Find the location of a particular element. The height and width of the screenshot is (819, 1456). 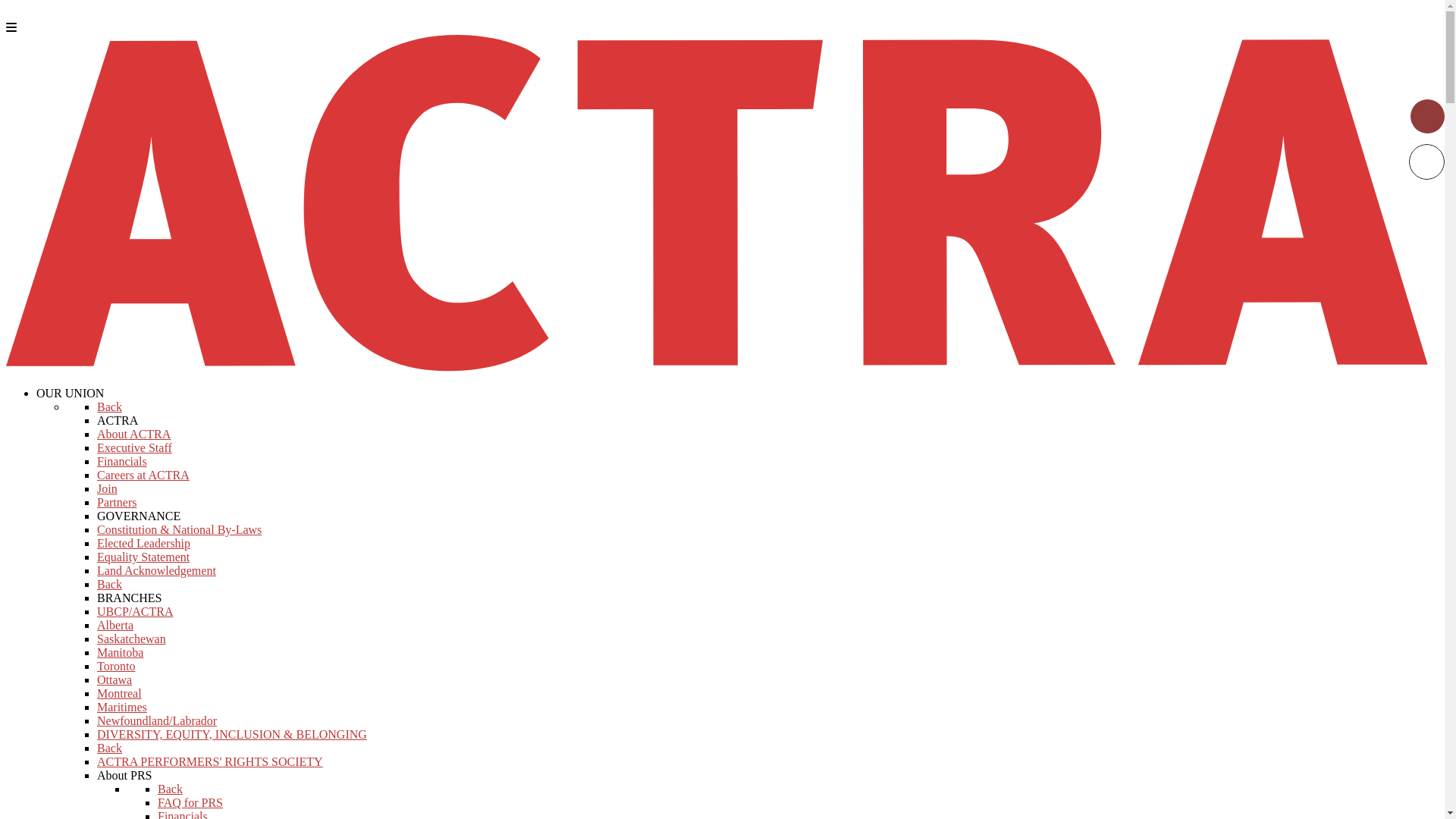

'Back' is located at coordinates (108, 583).